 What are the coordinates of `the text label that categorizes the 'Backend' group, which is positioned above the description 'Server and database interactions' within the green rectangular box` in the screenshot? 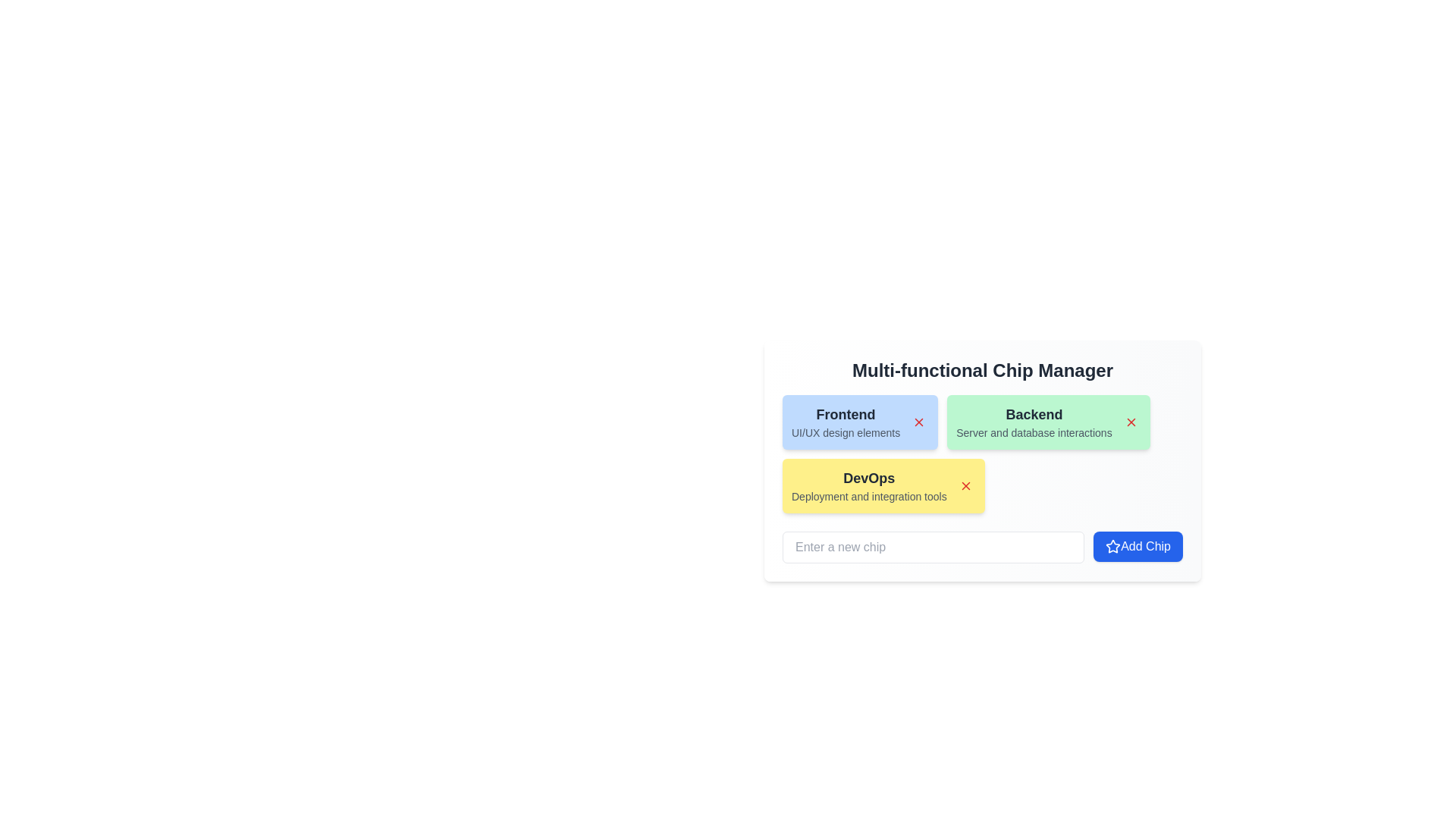 It's located at (1033, 415).